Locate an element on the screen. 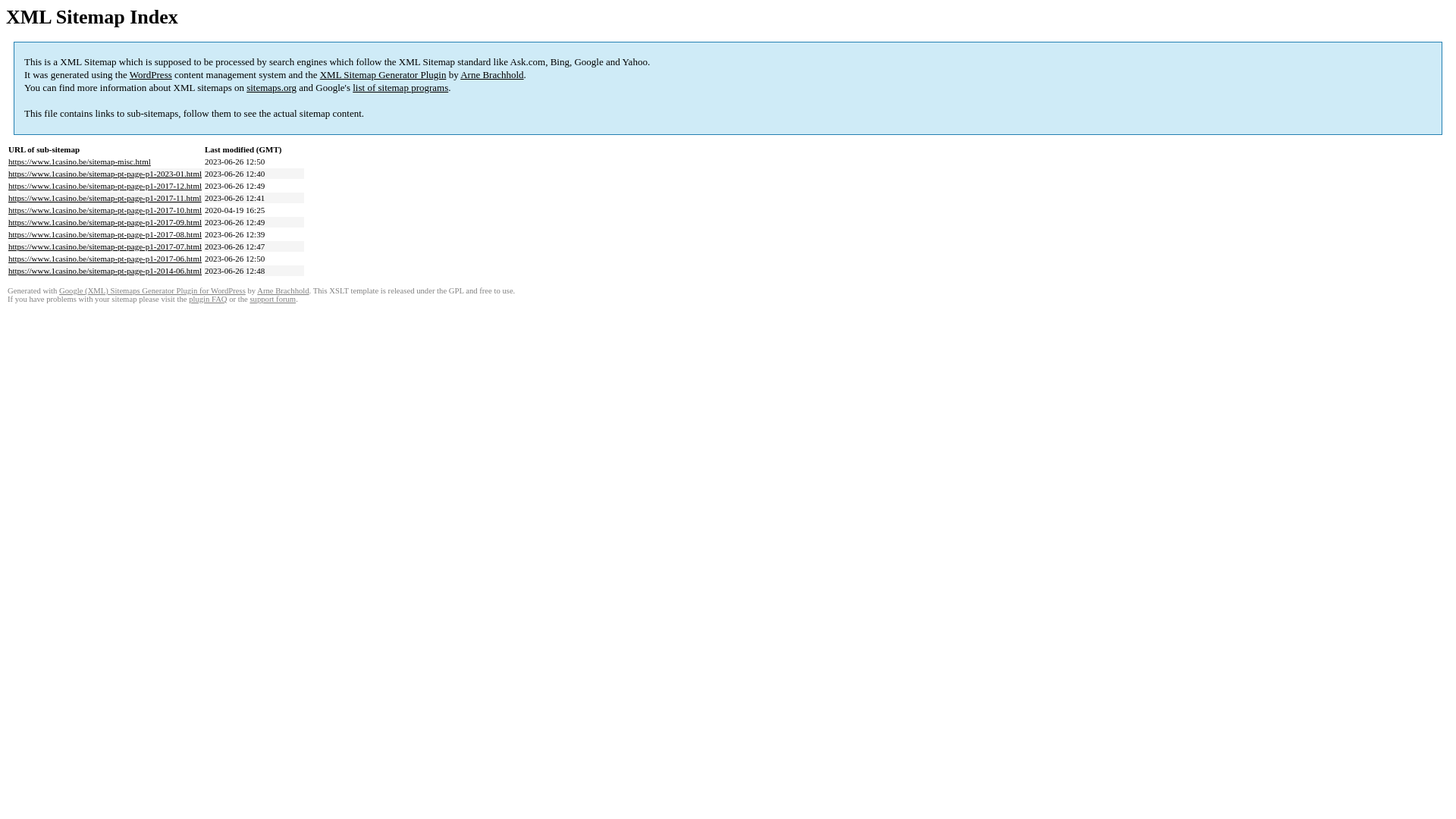 The height and width of the screenshot is (819, 1456). 'WordPress' is located at coordinates (150, 74).